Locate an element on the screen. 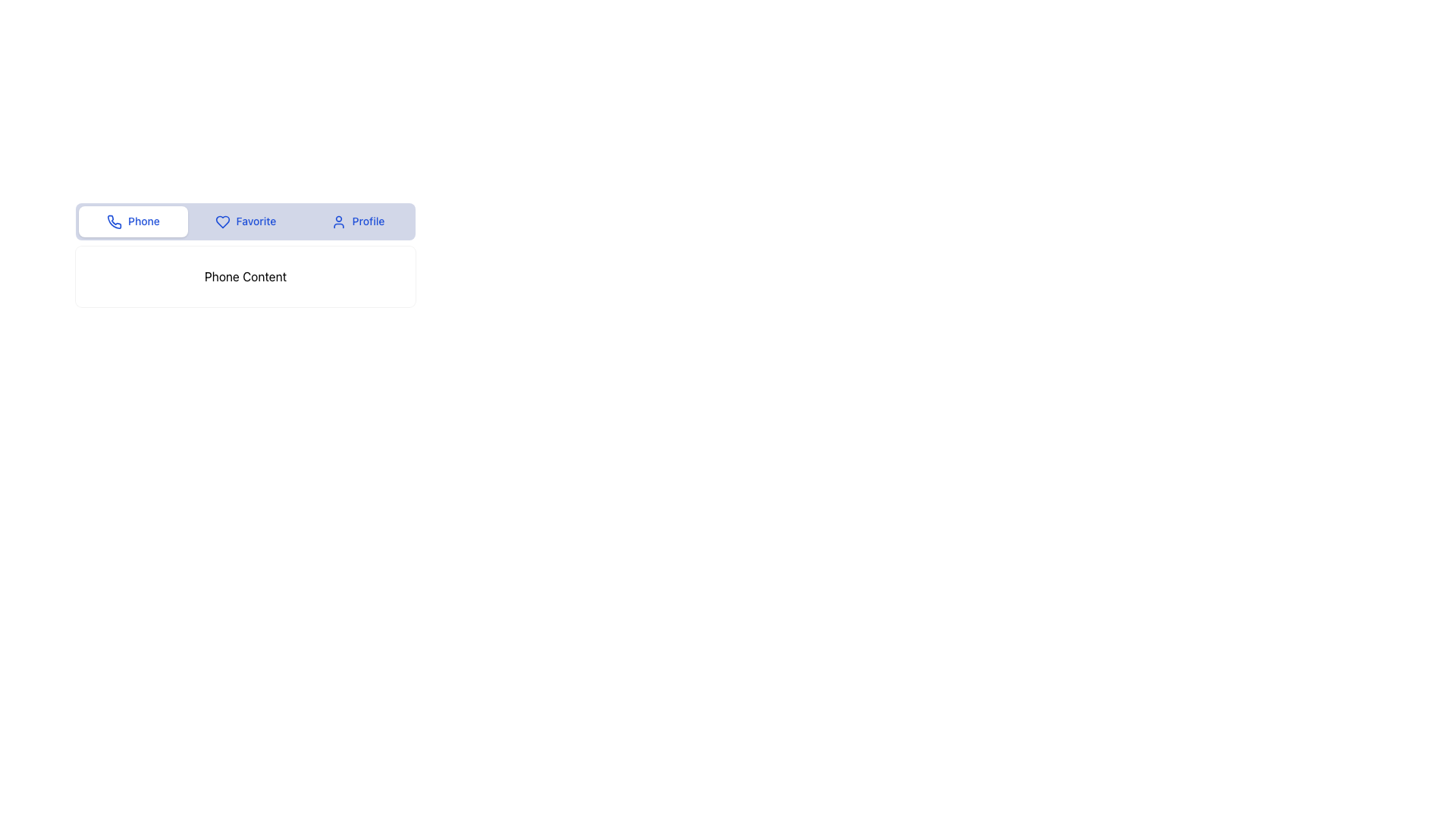 The image size is (1456, 819). the 'Profile' tab is located at coordinates (365, 220).